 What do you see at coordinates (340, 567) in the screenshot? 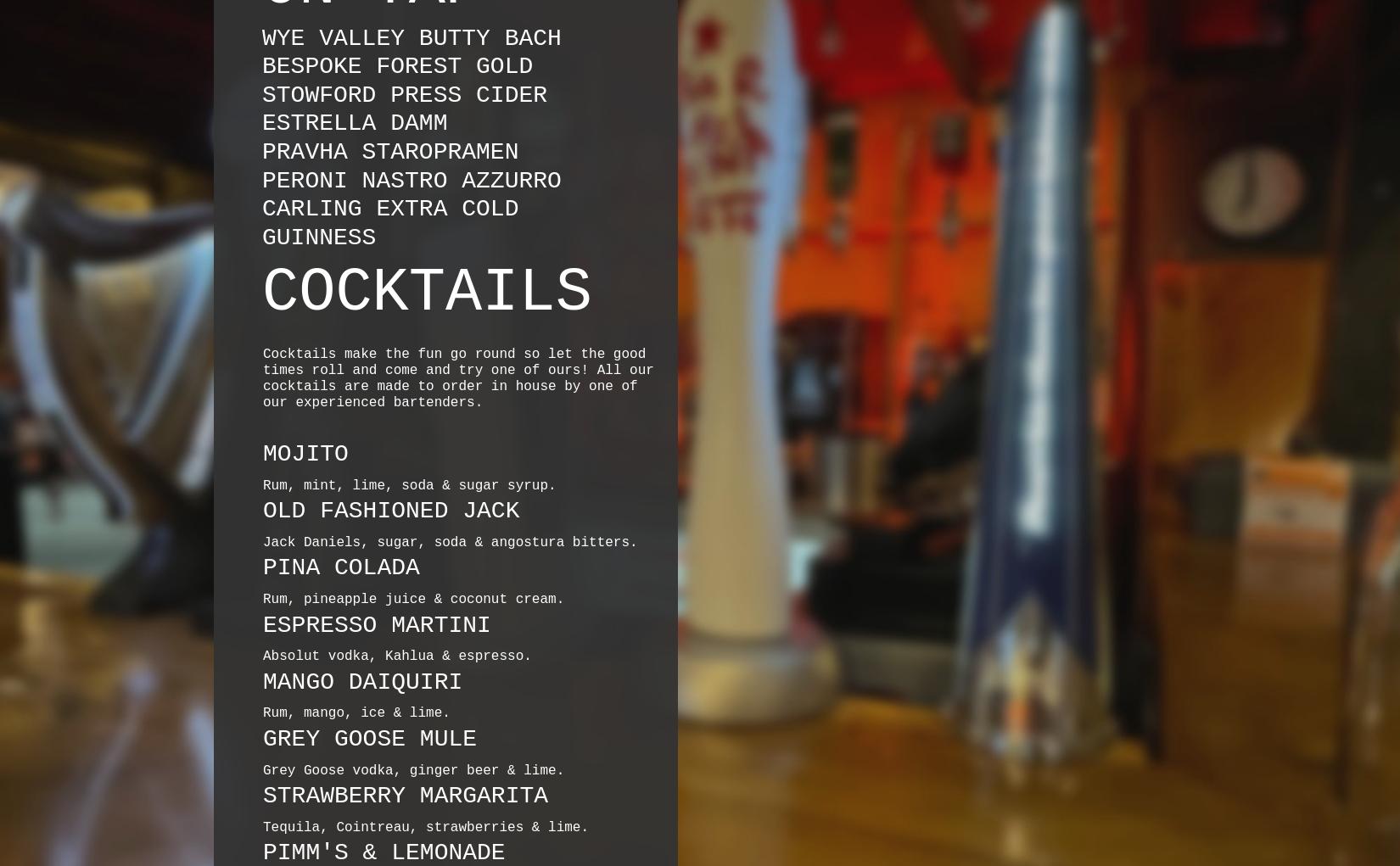
I see `'PINA COLADA'` at bounding box center [340, 567].